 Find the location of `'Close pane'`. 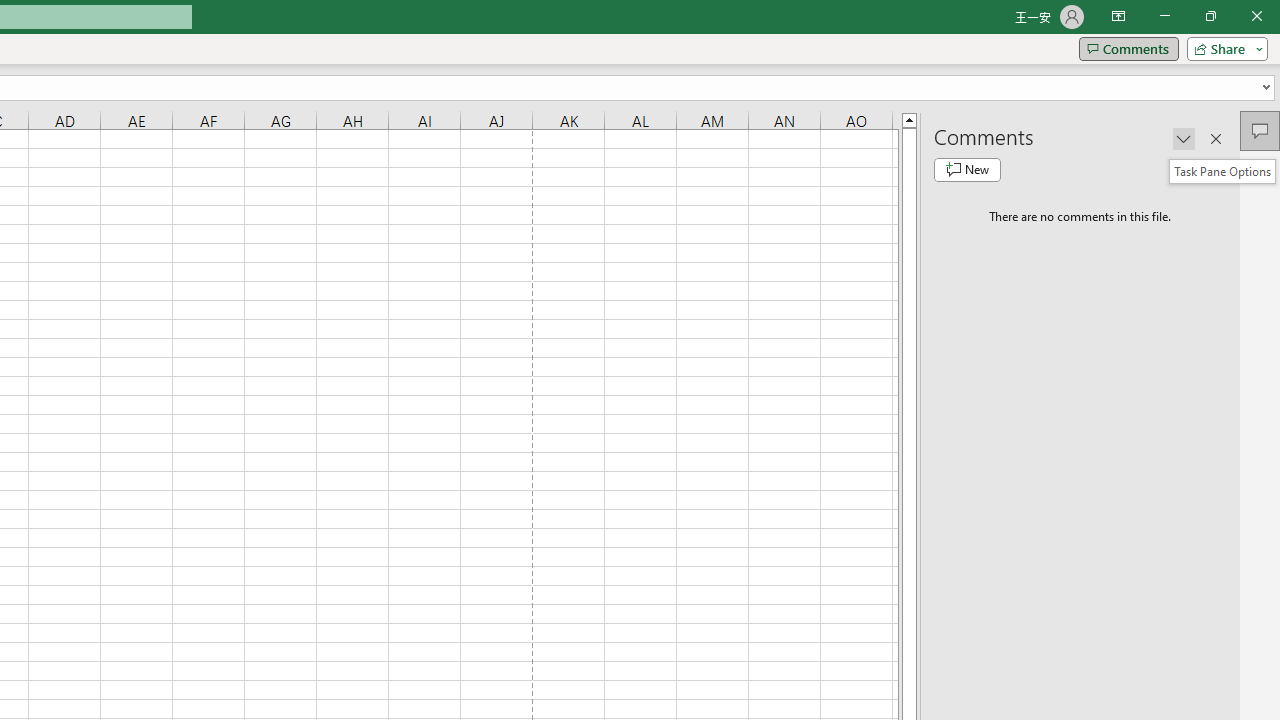

'Close pane' is located at coordinates (1215, 137).